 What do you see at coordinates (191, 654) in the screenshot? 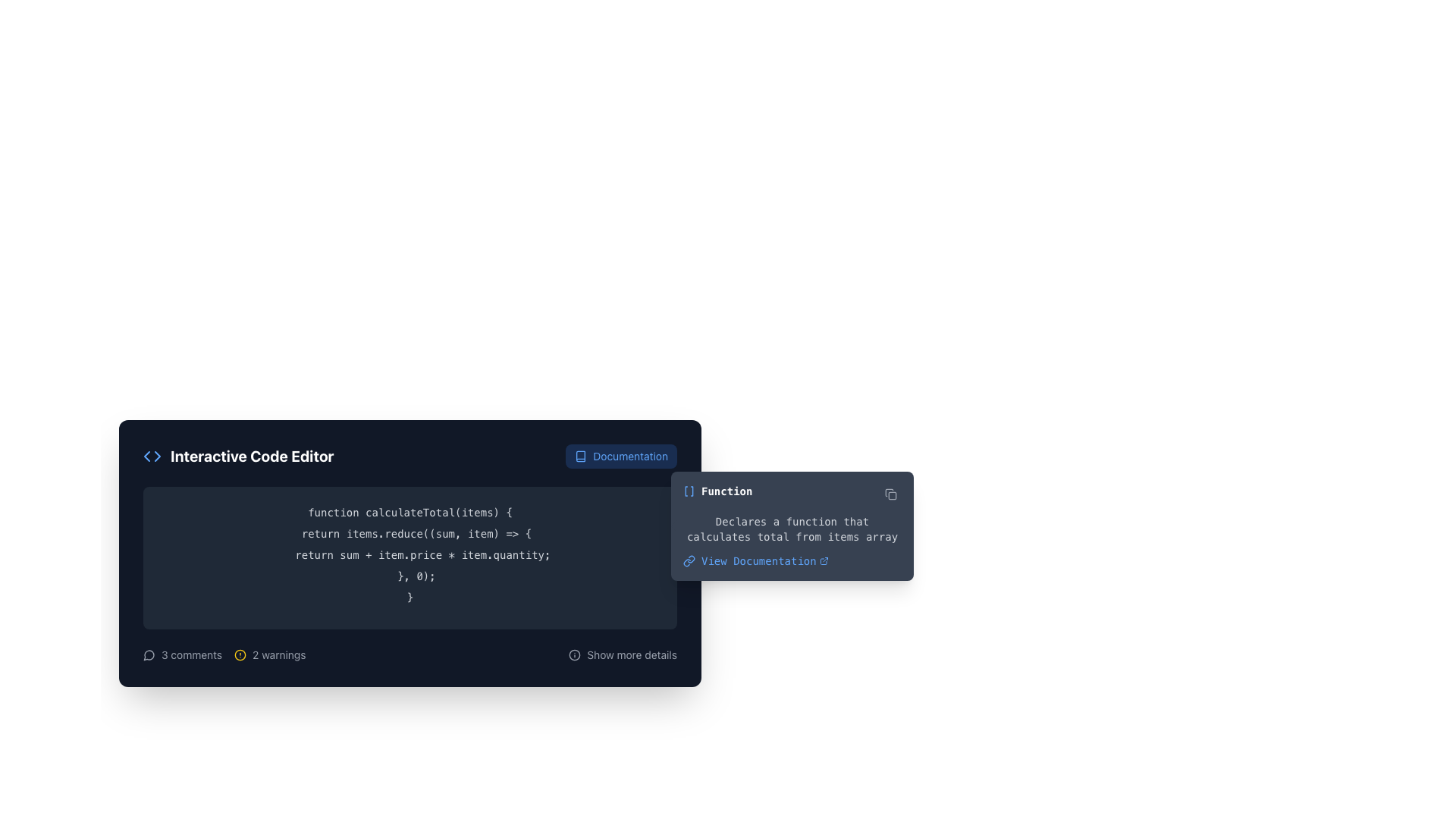
I see `text label displaying '3 comments' located in the bottom-left section of the interface, next to the chat bubble icon` at bounding box center [191, 654].